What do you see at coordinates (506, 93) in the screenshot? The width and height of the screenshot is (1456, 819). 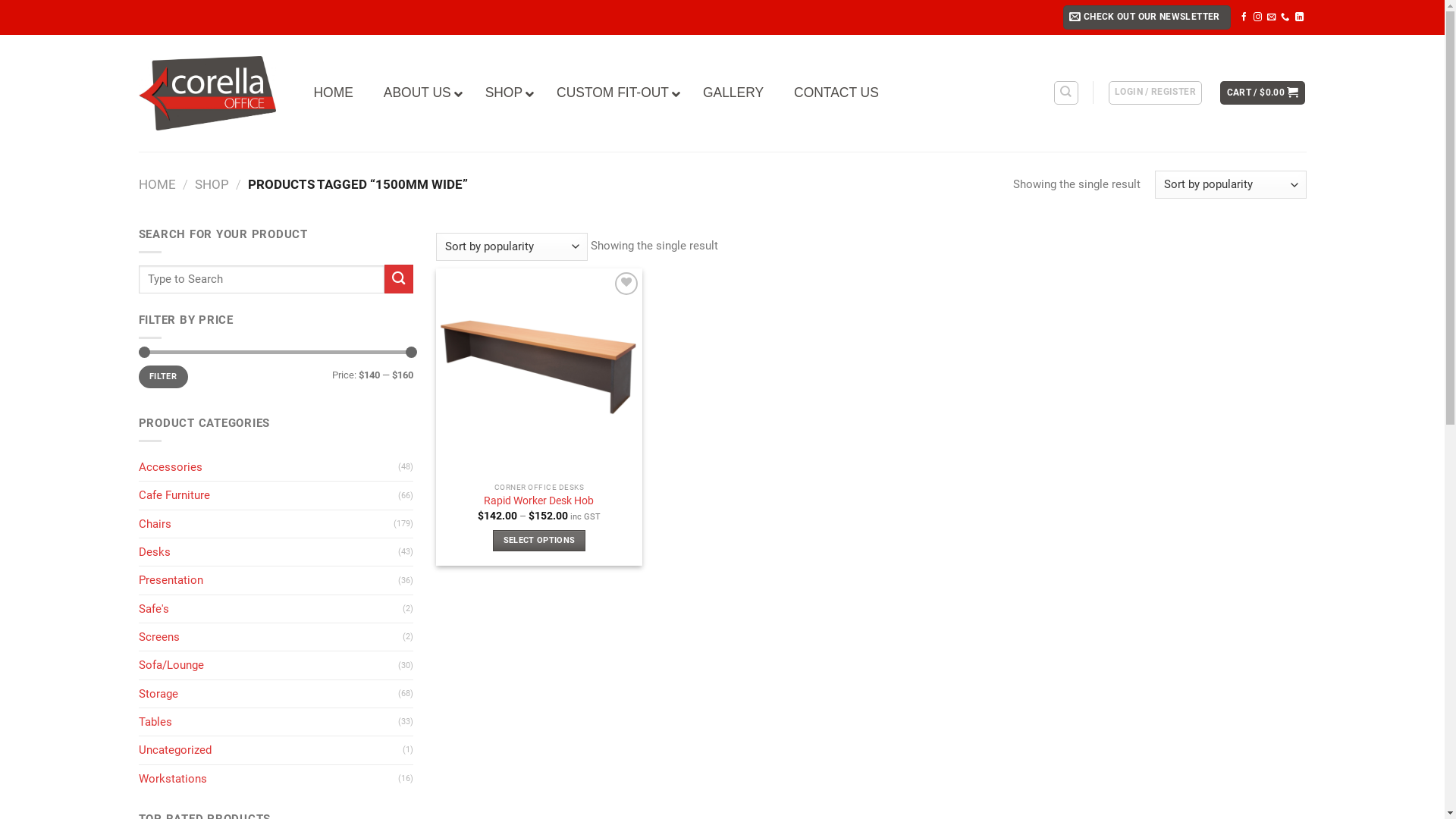 I see `'SHOP'` at bounding box center [506, 93].